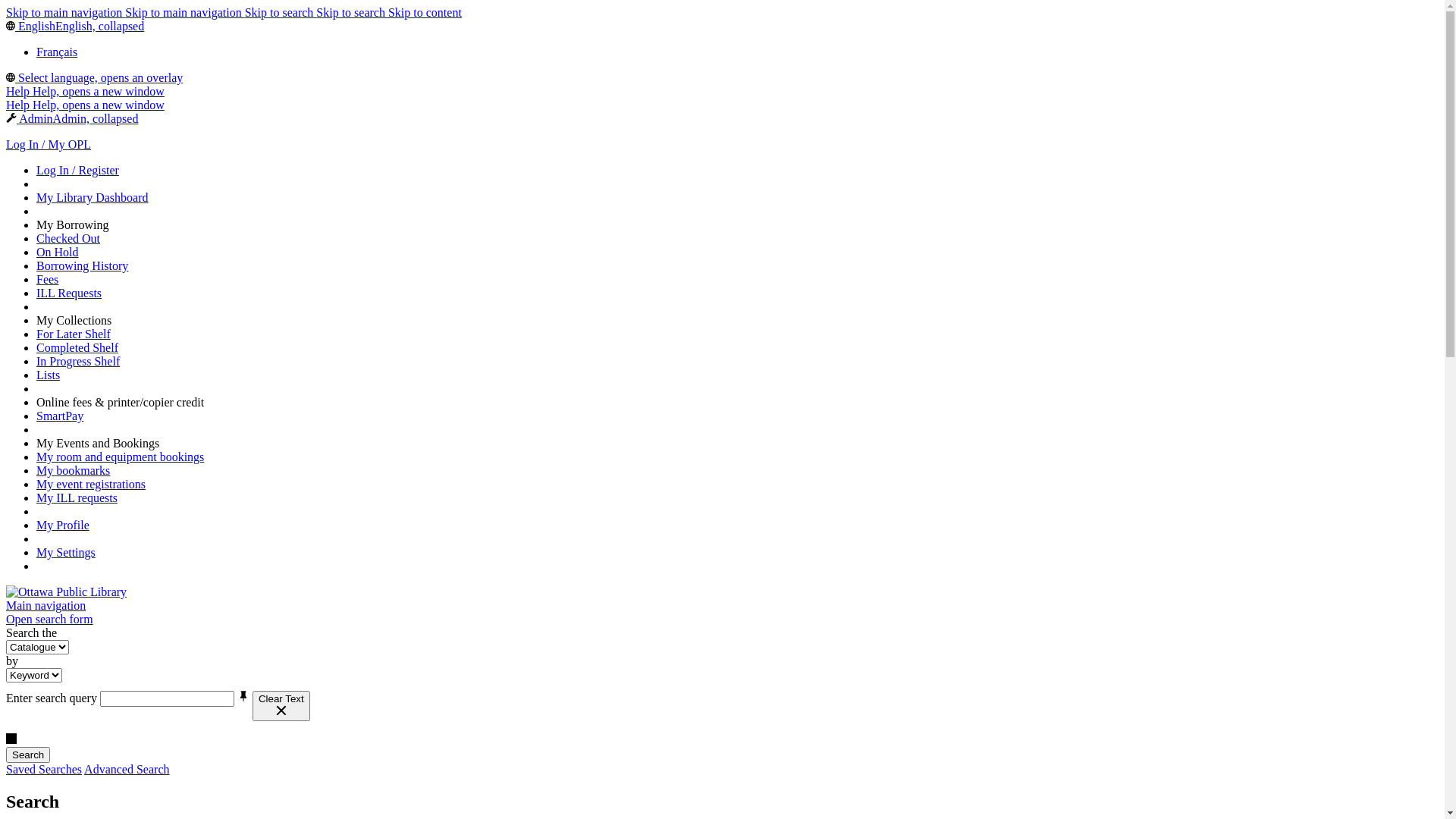 The height and width of the screenshot is (819, 1456). I want to click on 'Search', so click(28, 755).